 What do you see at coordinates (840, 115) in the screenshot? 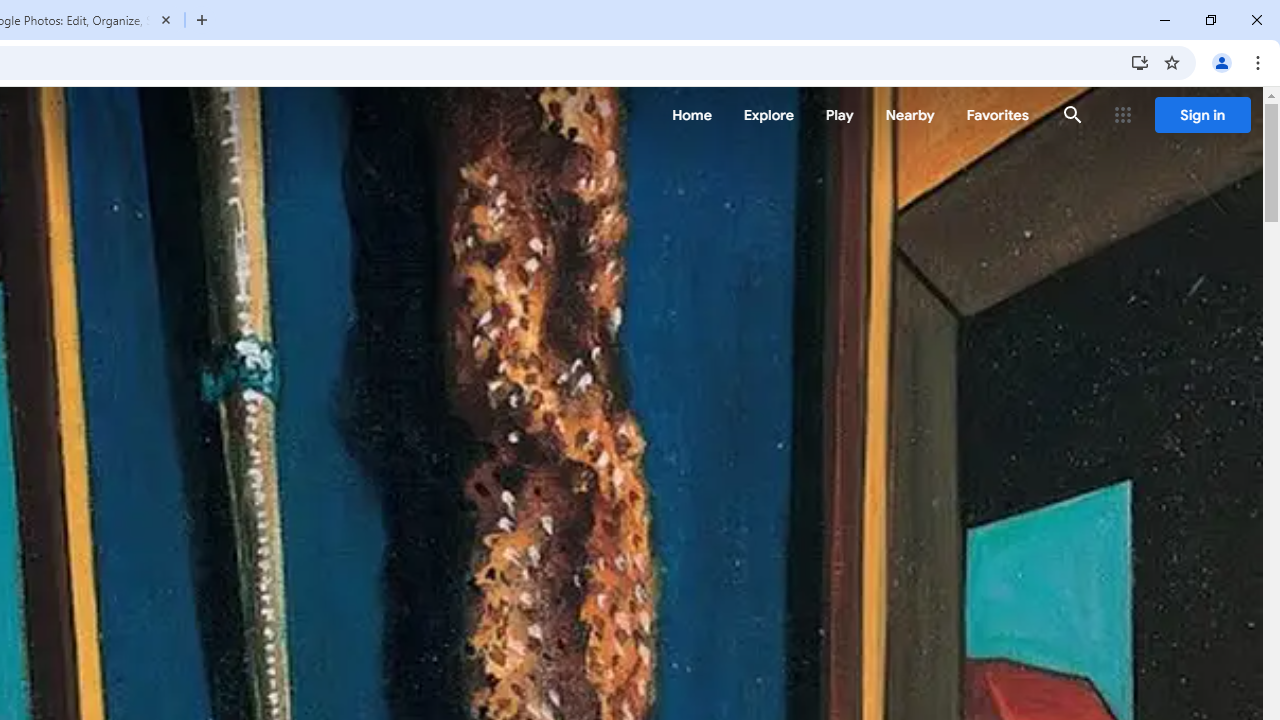
I see `'Play'` at bounding box center [840, 115].